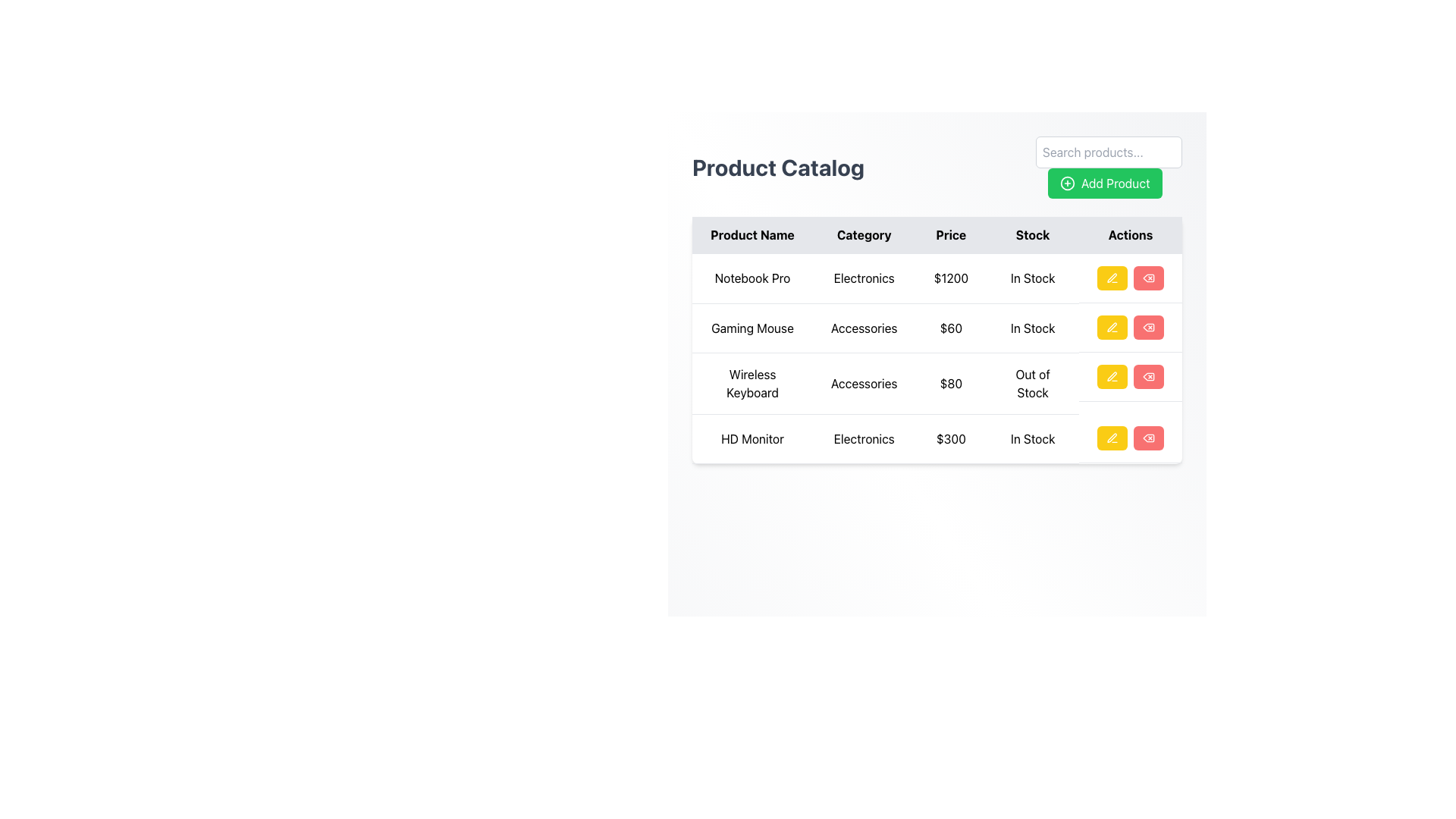  I want to click on the delete button located in the Actions column for the 'HD Monitor' product entry, so click(1149, 438).